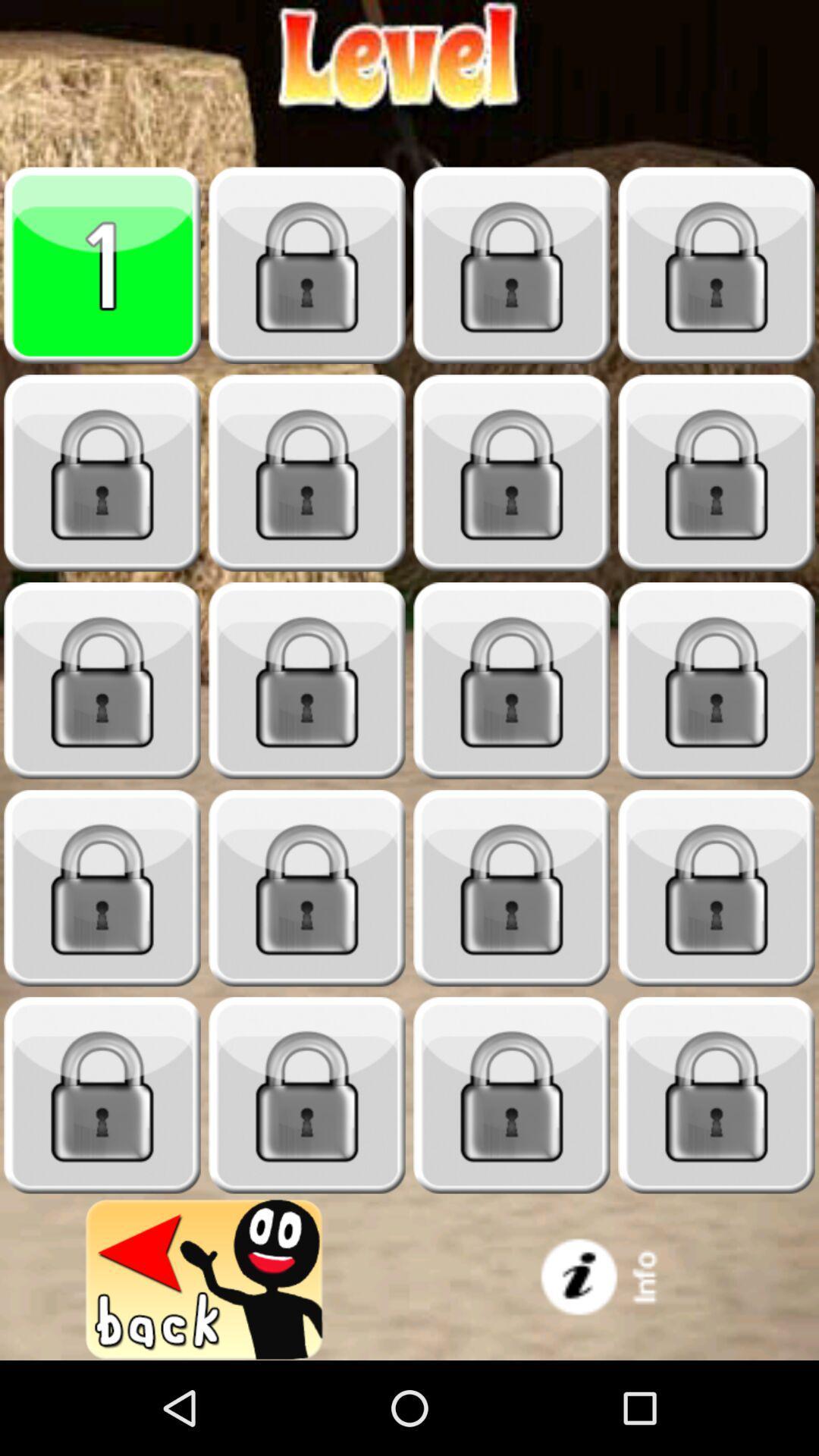  I want to click on open level icon, so click(307, 888).